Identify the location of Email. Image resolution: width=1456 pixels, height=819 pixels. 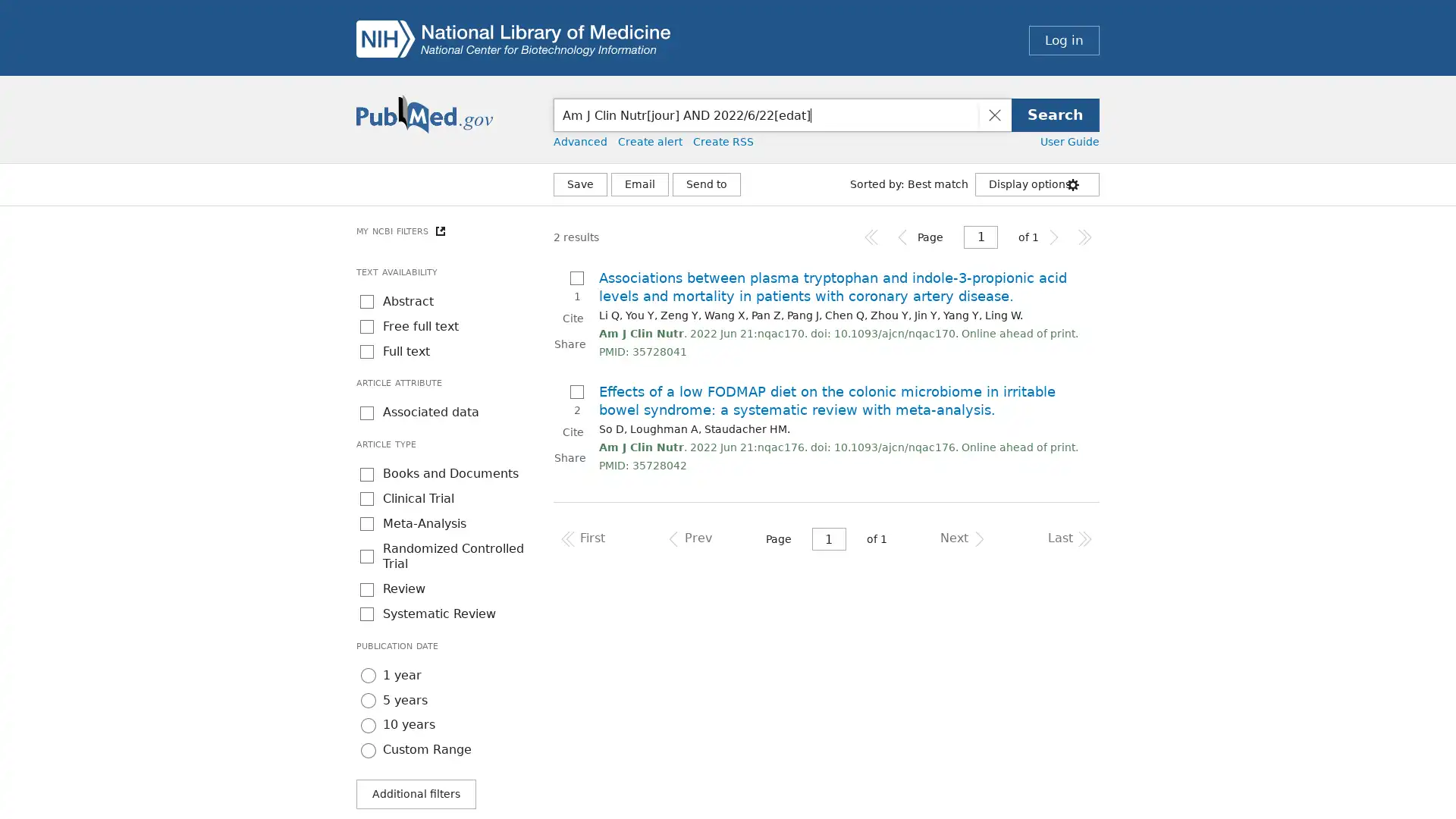
(640, 184).